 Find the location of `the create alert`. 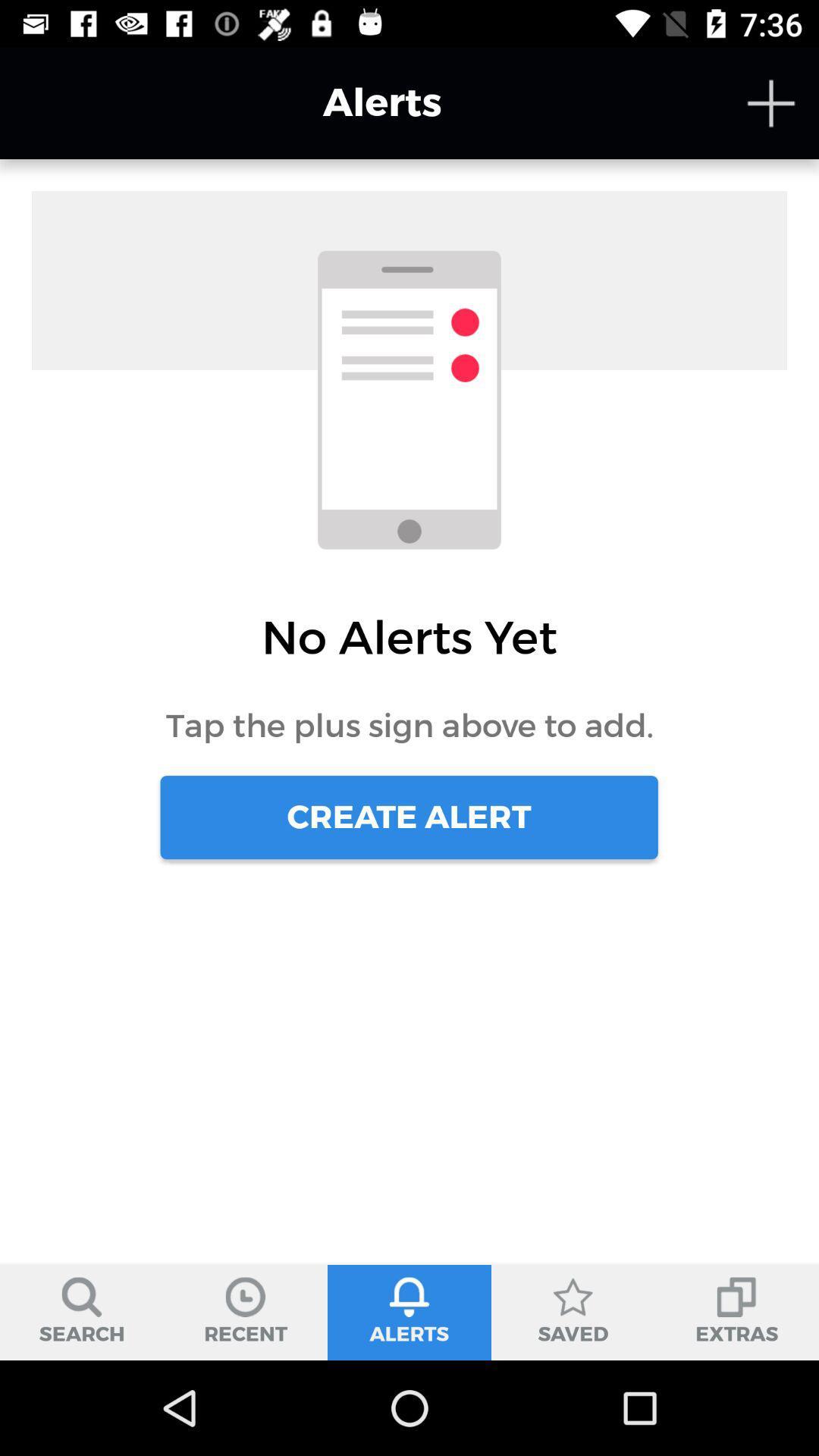

the create alert is located at coordinates (408, 817).